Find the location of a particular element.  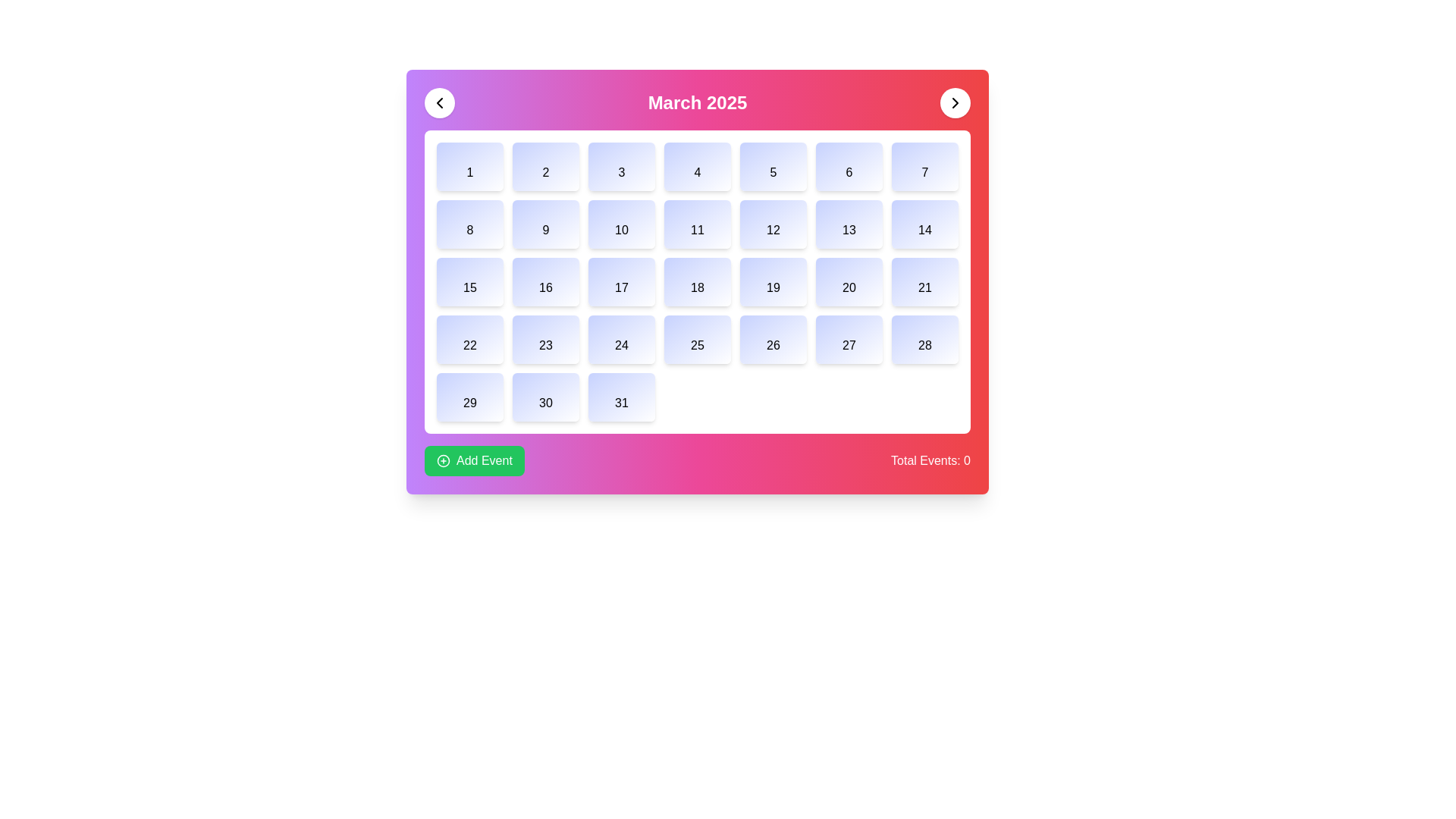

on the calendar day grid item representing the day '20' is located at coordinates (848, 281).